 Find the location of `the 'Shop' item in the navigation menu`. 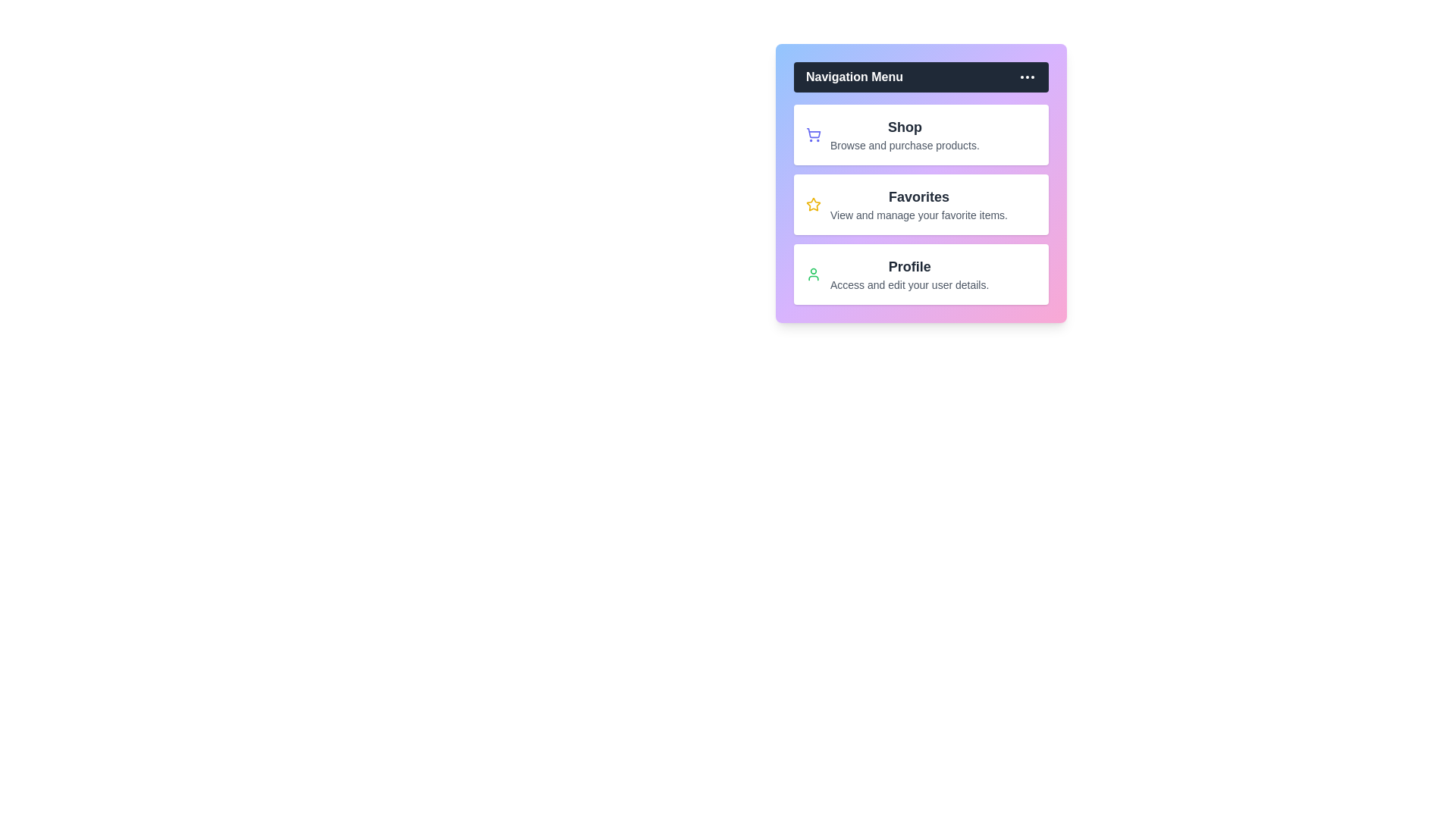

the 'Shop' item in the navigation menu is located at coordinates (905, 127).